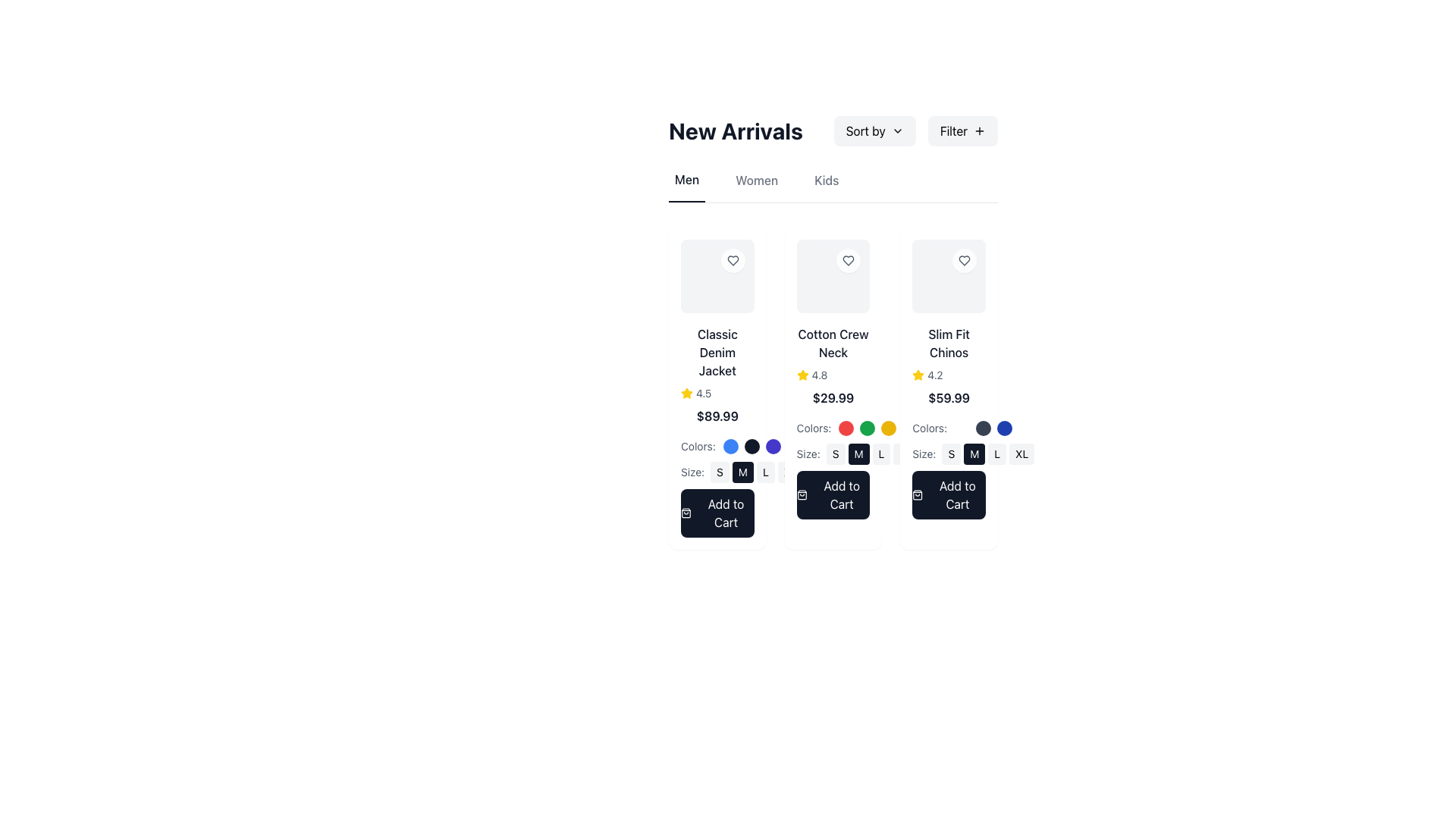  What do you see at coordinates (833, 453) in the screenshot?
I see `the size selection button in the middle card of the product row, located below the price '$29.99' and above the 'Add to Cart' button` at bounding box center [833, 453].